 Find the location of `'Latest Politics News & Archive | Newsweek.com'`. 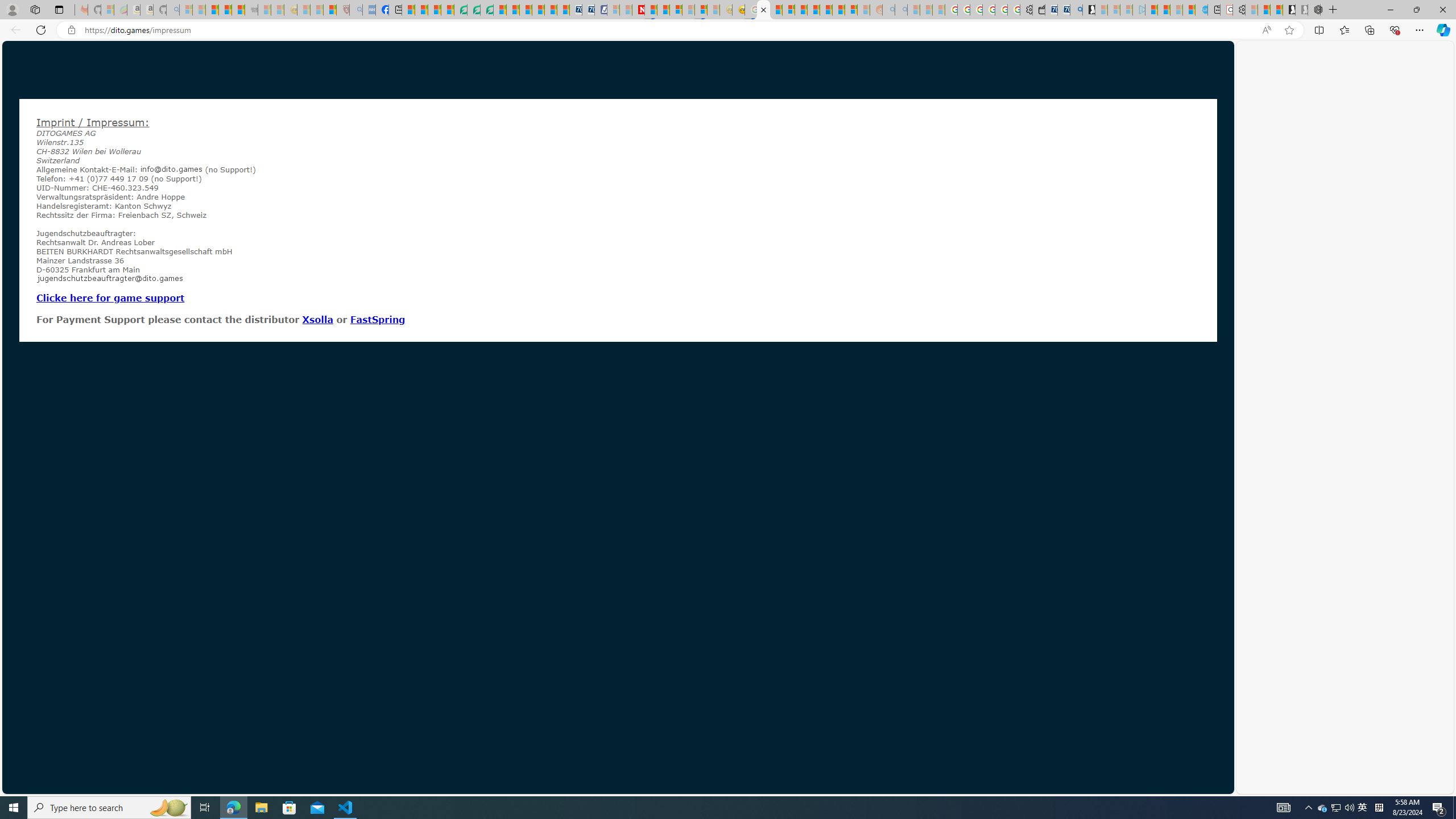

'Latest Politics News & Archive | Newsweek.com' is located at coordinates (638, 9).